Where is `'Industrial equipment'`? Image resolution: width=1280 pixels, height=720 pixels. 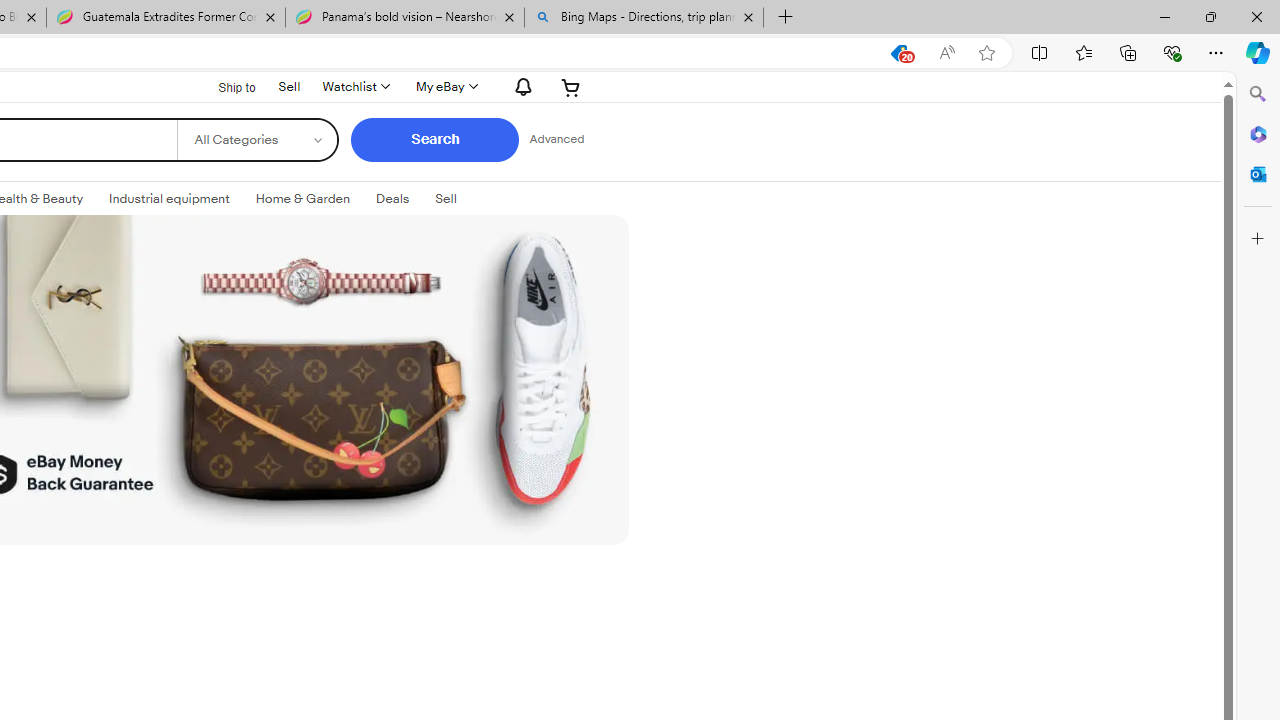 'Industrial equipment' is located at coordinates (169, 199).